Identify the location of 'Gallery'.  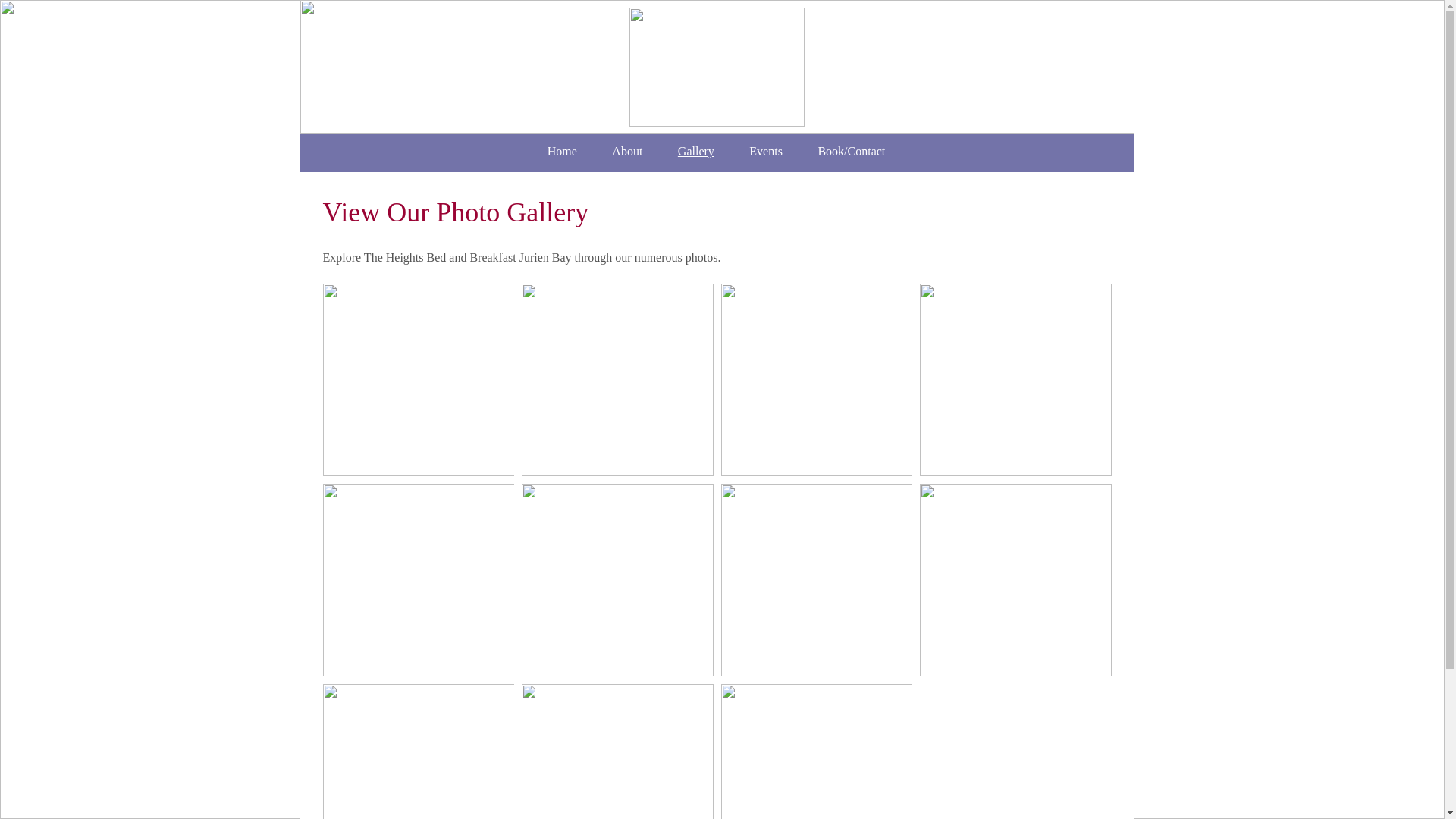
(695, 152).